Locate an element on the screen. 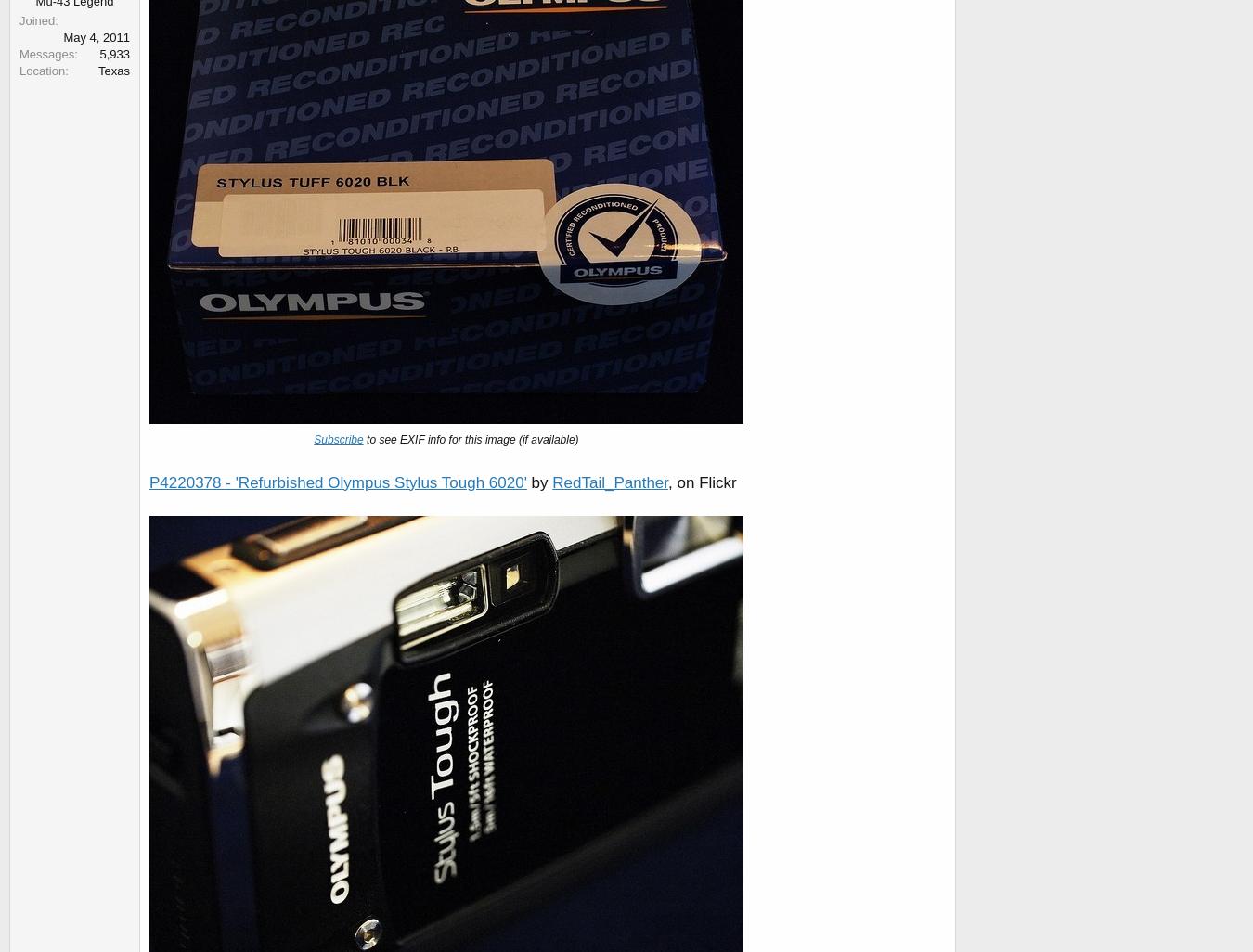  ', on Flickr' is located at coordinates (666, 482).